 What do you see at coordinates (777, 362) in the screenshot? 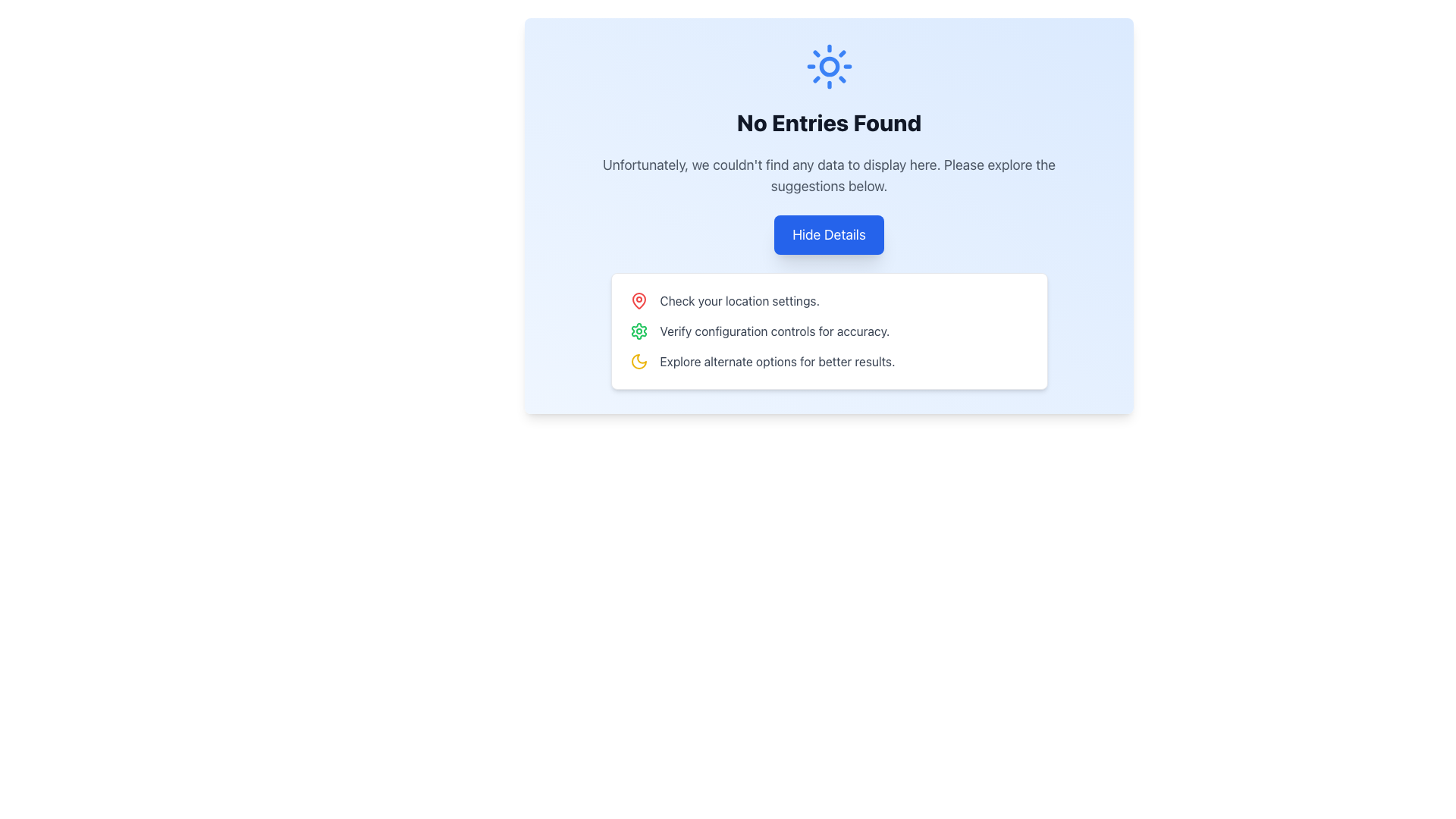
I see `the informational text label located to the right of the moon icon to possibly see further details` at bounding box center [777, 362].